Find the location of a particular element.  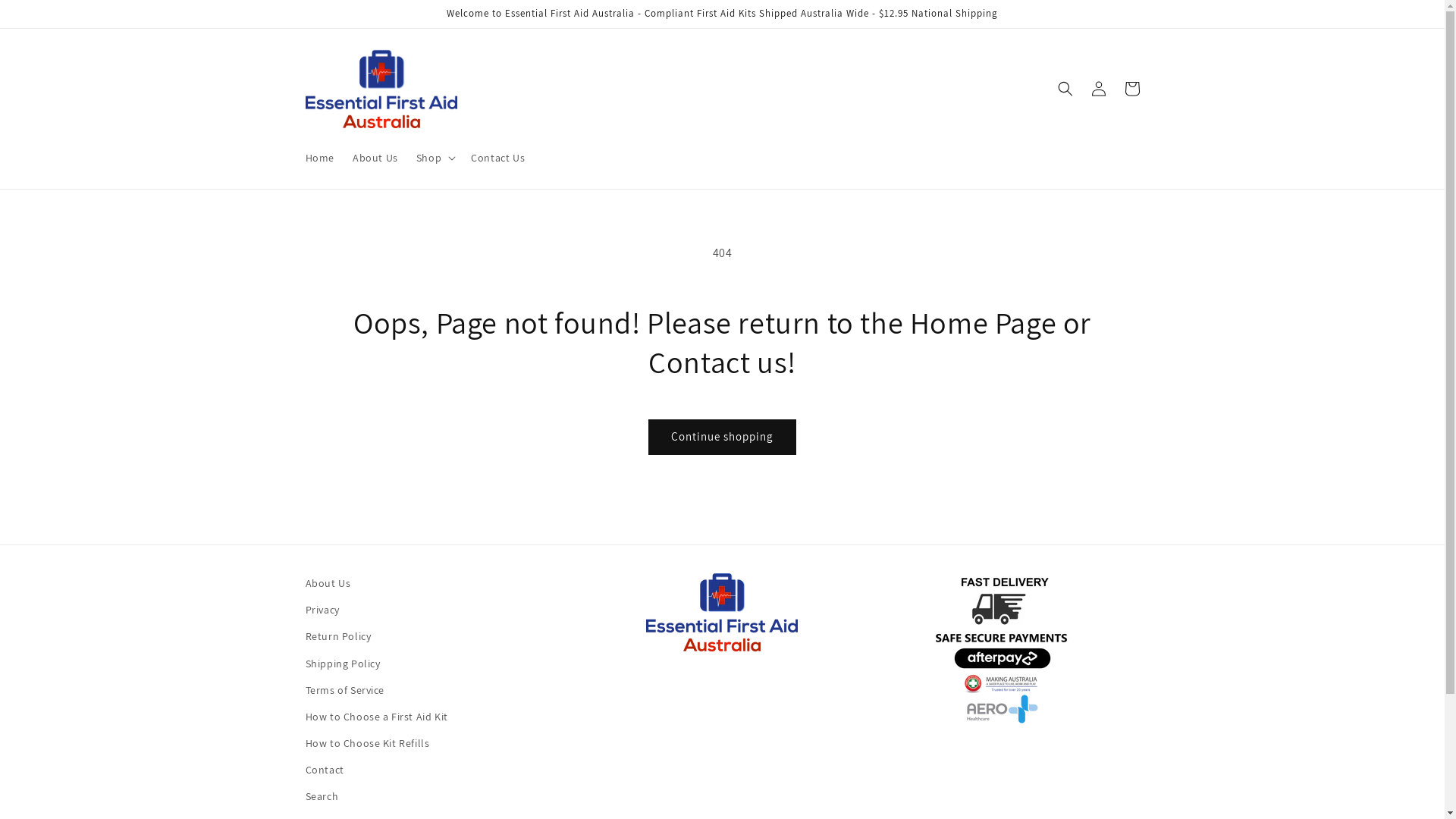

'Return Policy' is located at coordinates (337, 636).